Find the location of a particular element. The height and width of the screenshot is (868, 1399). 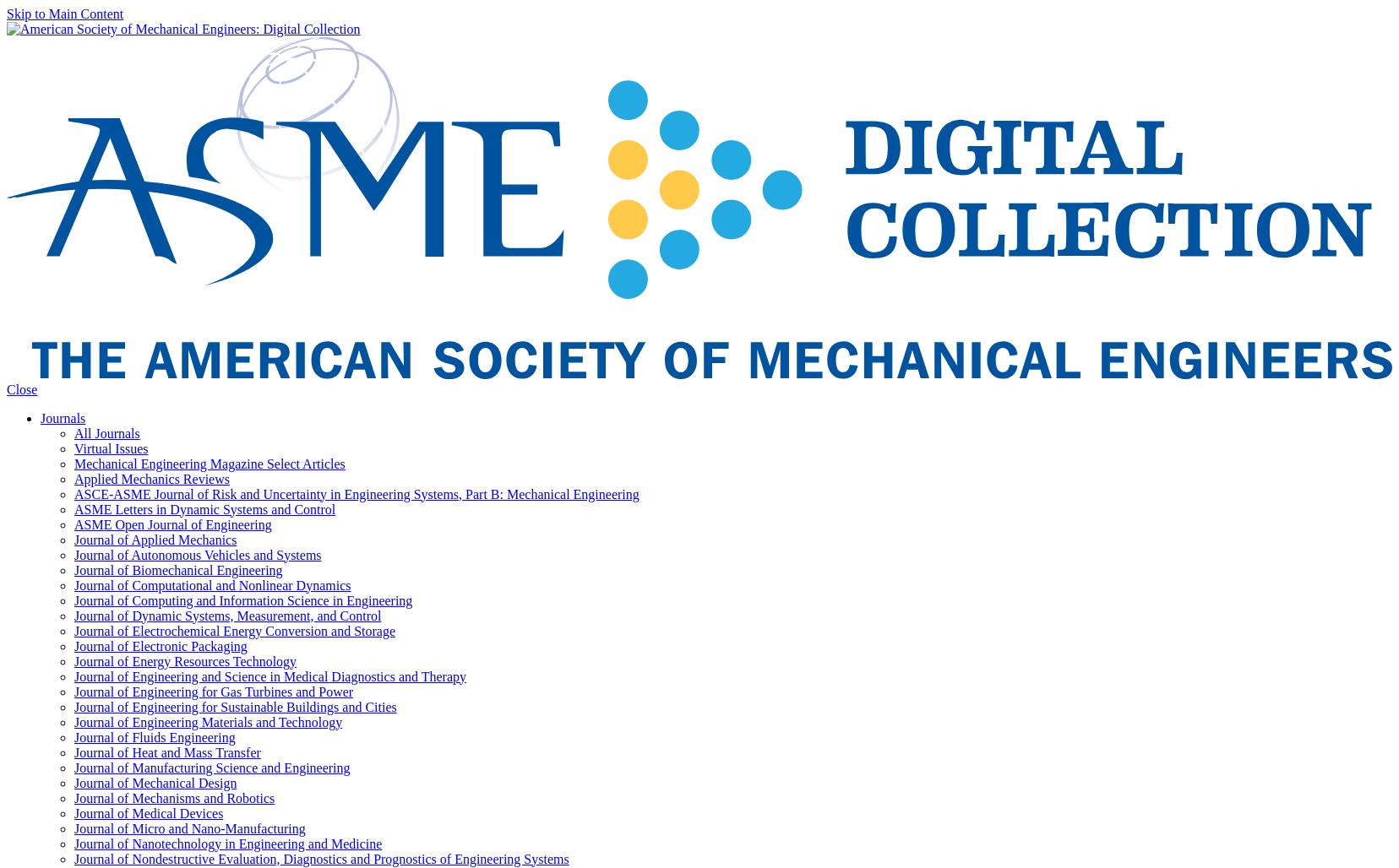

'Journal of Computational and Nonlinear Dynamics' is located at coordinates (212, 584).